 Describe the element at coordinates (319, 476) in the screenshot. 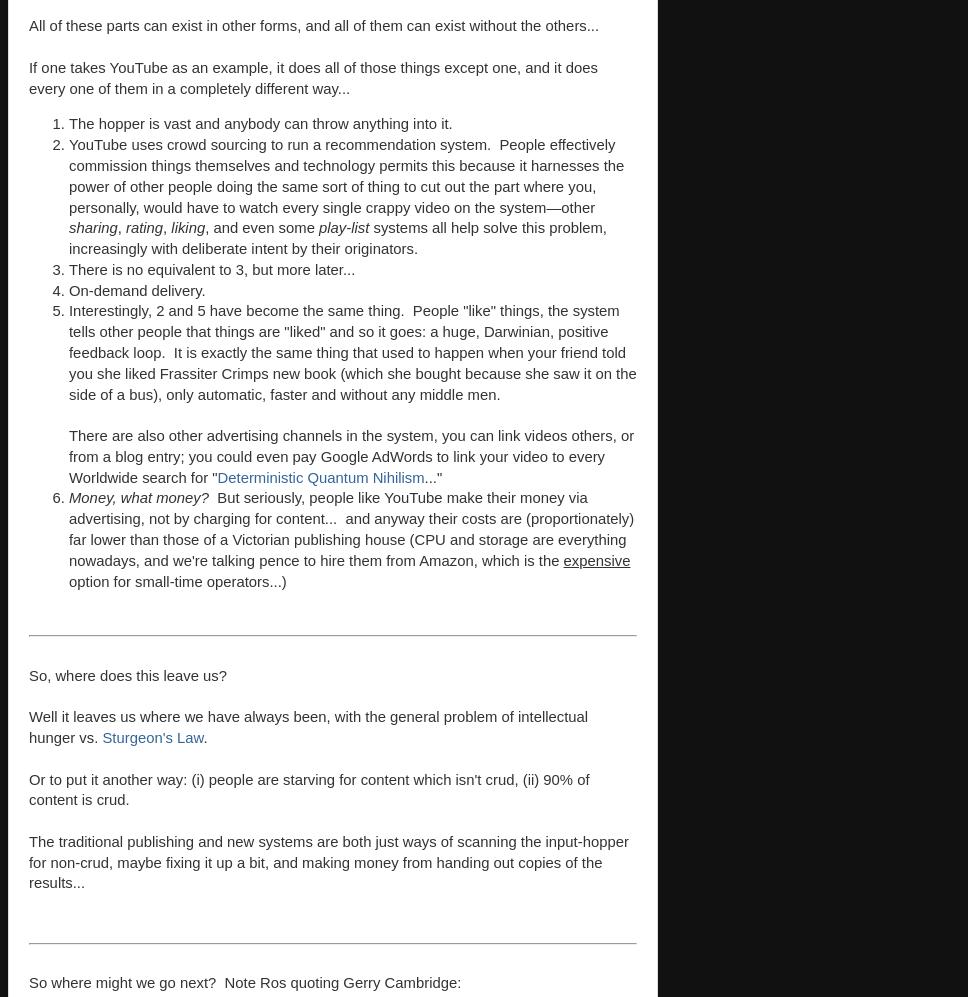

I see `'Deterministic Quantum Nihilism'` at that location.